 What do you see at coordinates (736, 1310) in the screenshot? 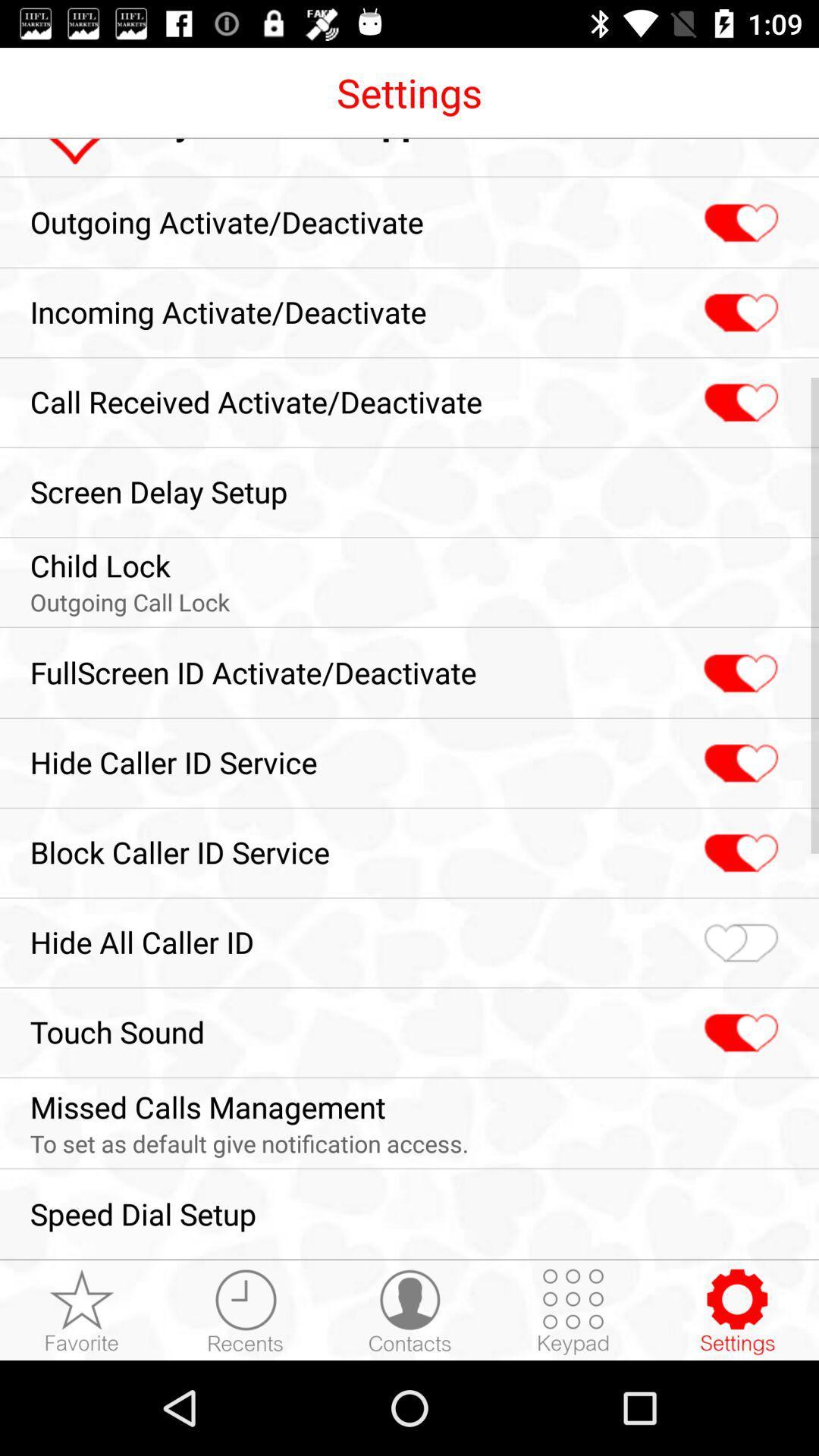
I see `the settings icon` at bounding box center [736, 1310].